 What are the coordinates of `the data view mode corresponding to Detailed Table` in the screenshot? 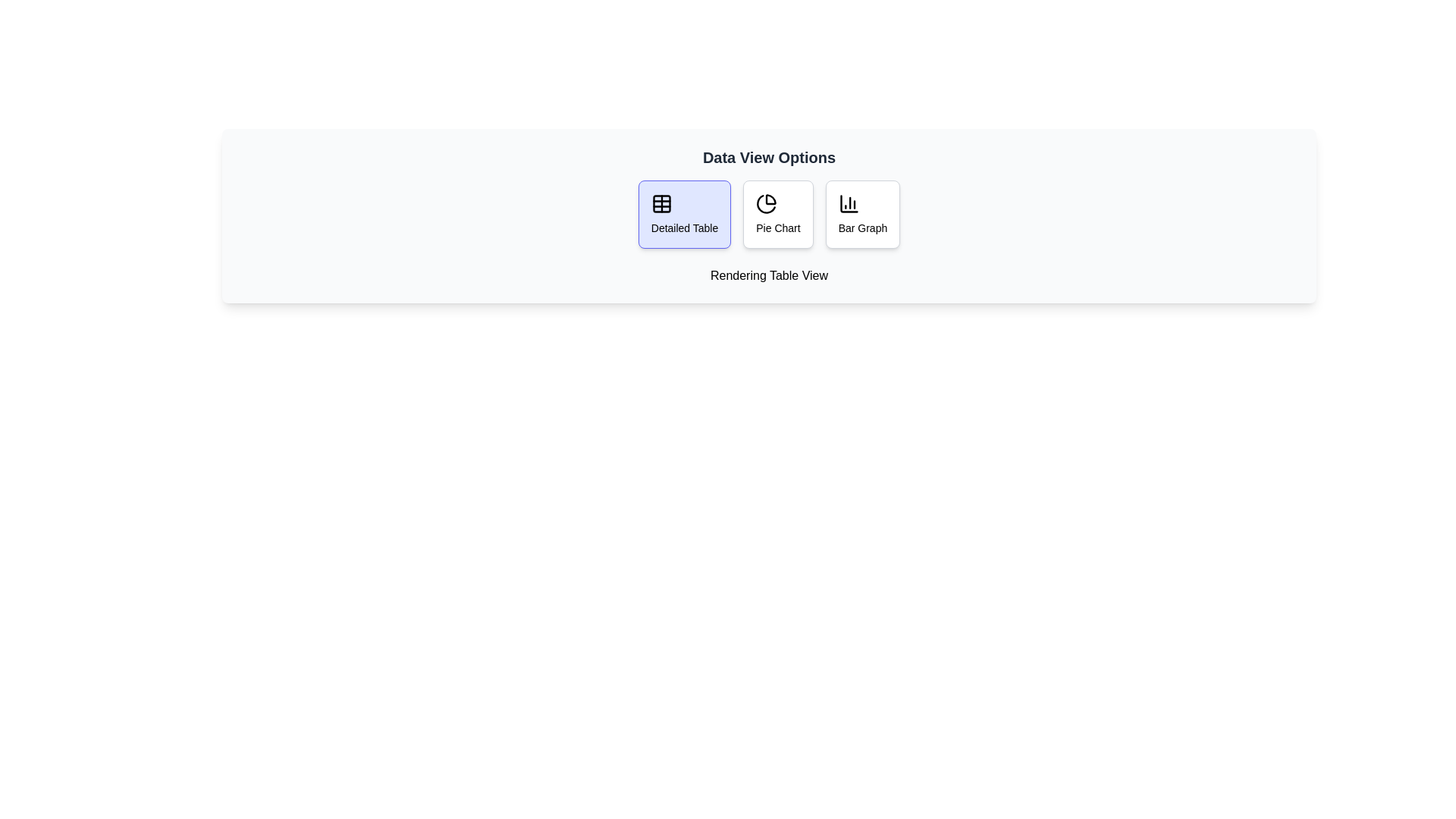 It's located at (683, 214).